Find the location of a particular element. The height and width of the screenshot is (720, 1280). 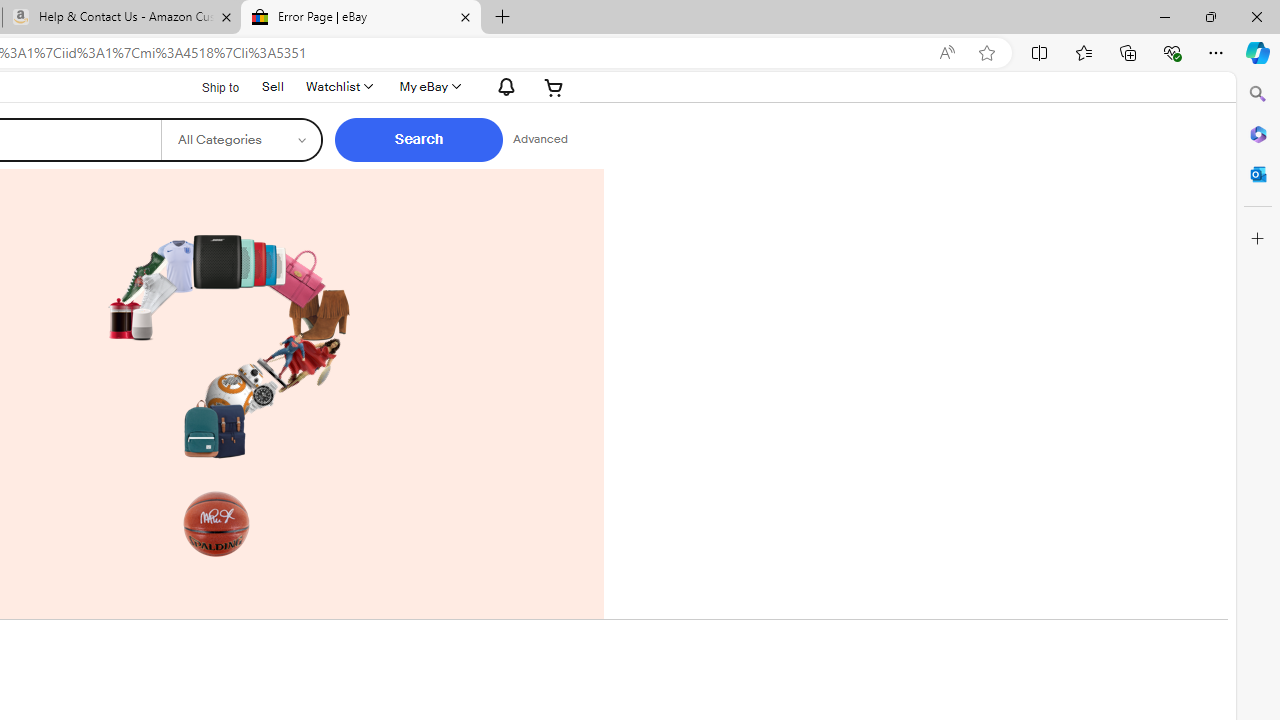

'Advanced Search' is located at coordinates (540, 139).